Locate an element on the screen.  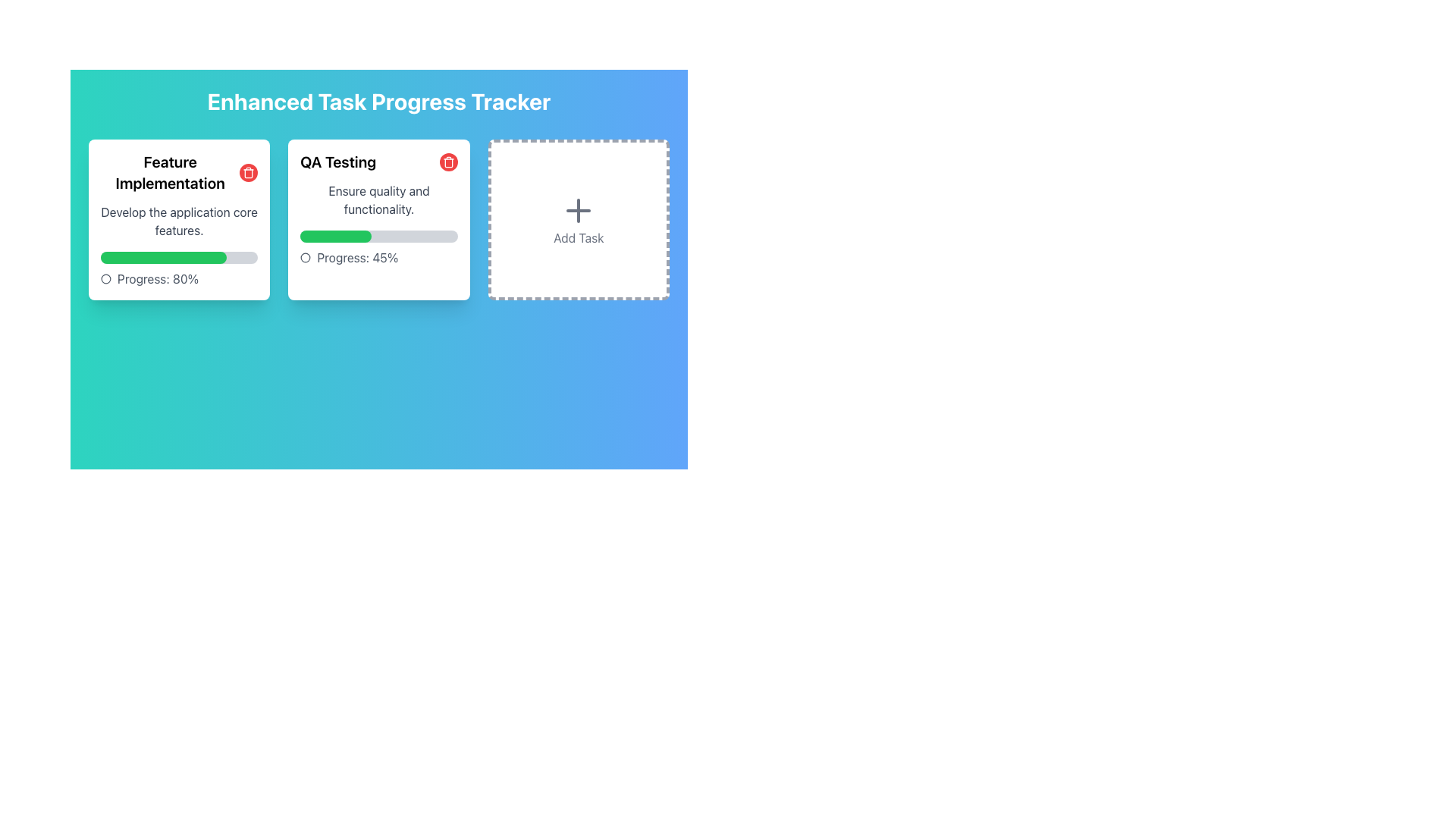
the gray plus symbol icon located within the dashed-bordered white button, which is positioned above the 'Add Task' label is located at coordinates (578, 210).